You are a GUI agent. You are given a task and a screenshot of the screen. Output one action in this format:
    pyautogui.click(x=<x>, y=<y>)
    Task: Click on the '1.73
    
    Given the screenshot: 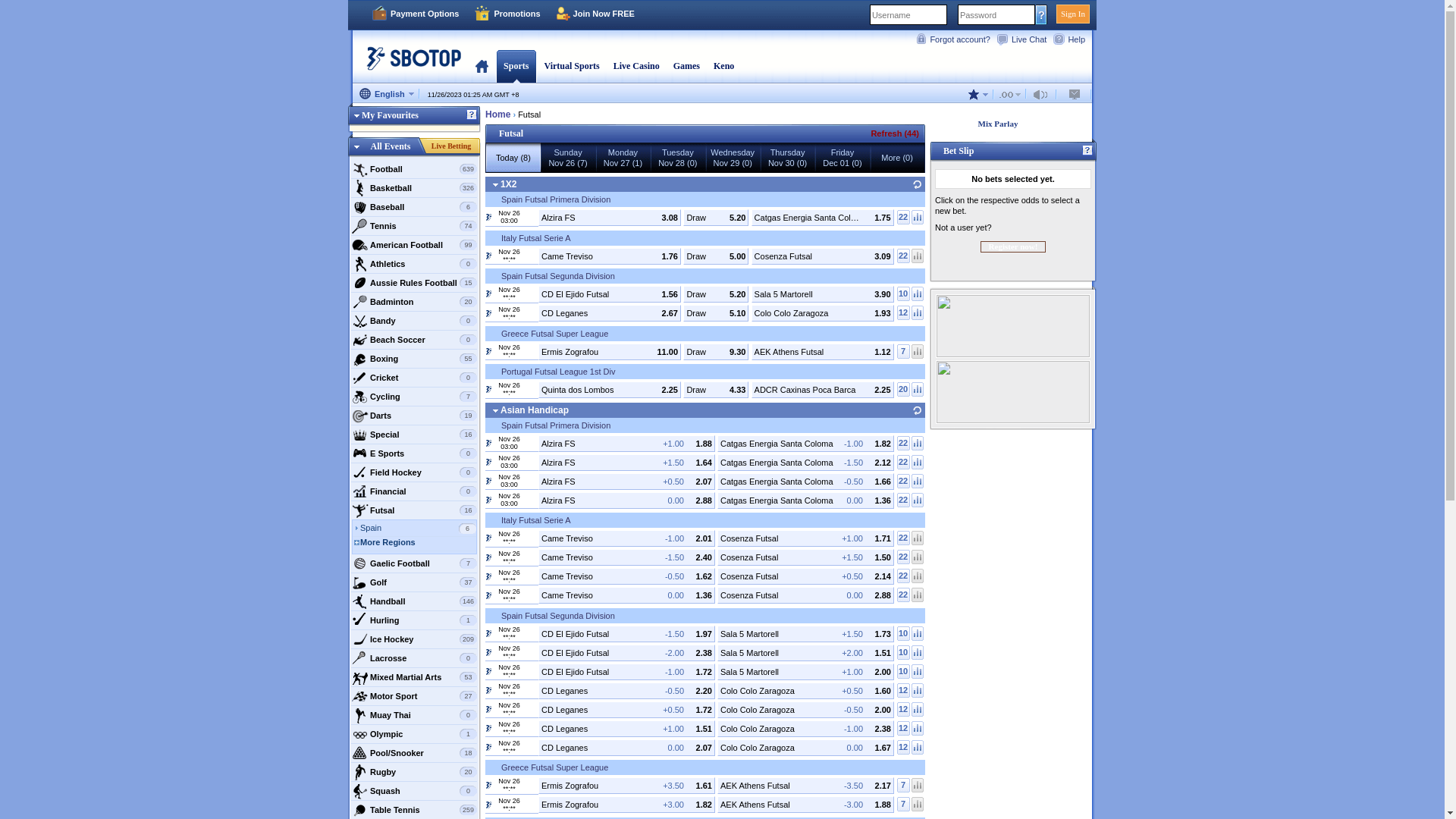 What is the action you would take?
    pyautogui.click(x=805, y=632)
    